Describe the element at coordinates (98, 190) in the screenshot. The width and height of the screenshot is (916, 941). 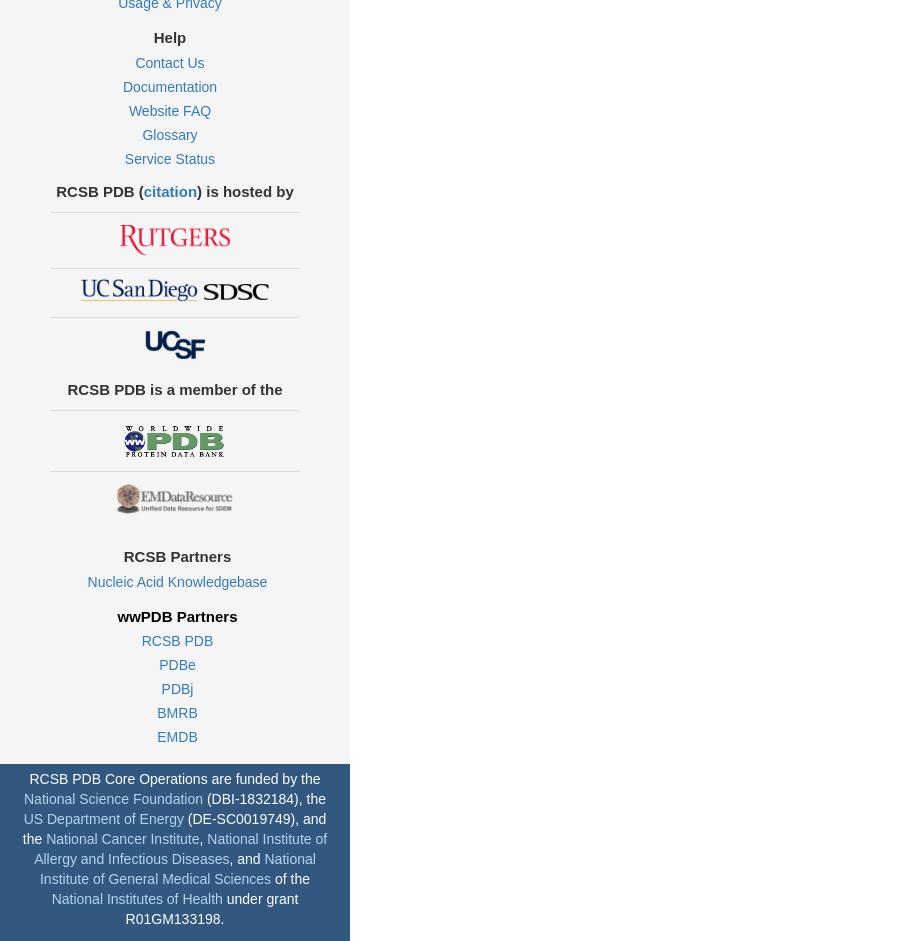
I see `'RCSB PDB ('` at that location.